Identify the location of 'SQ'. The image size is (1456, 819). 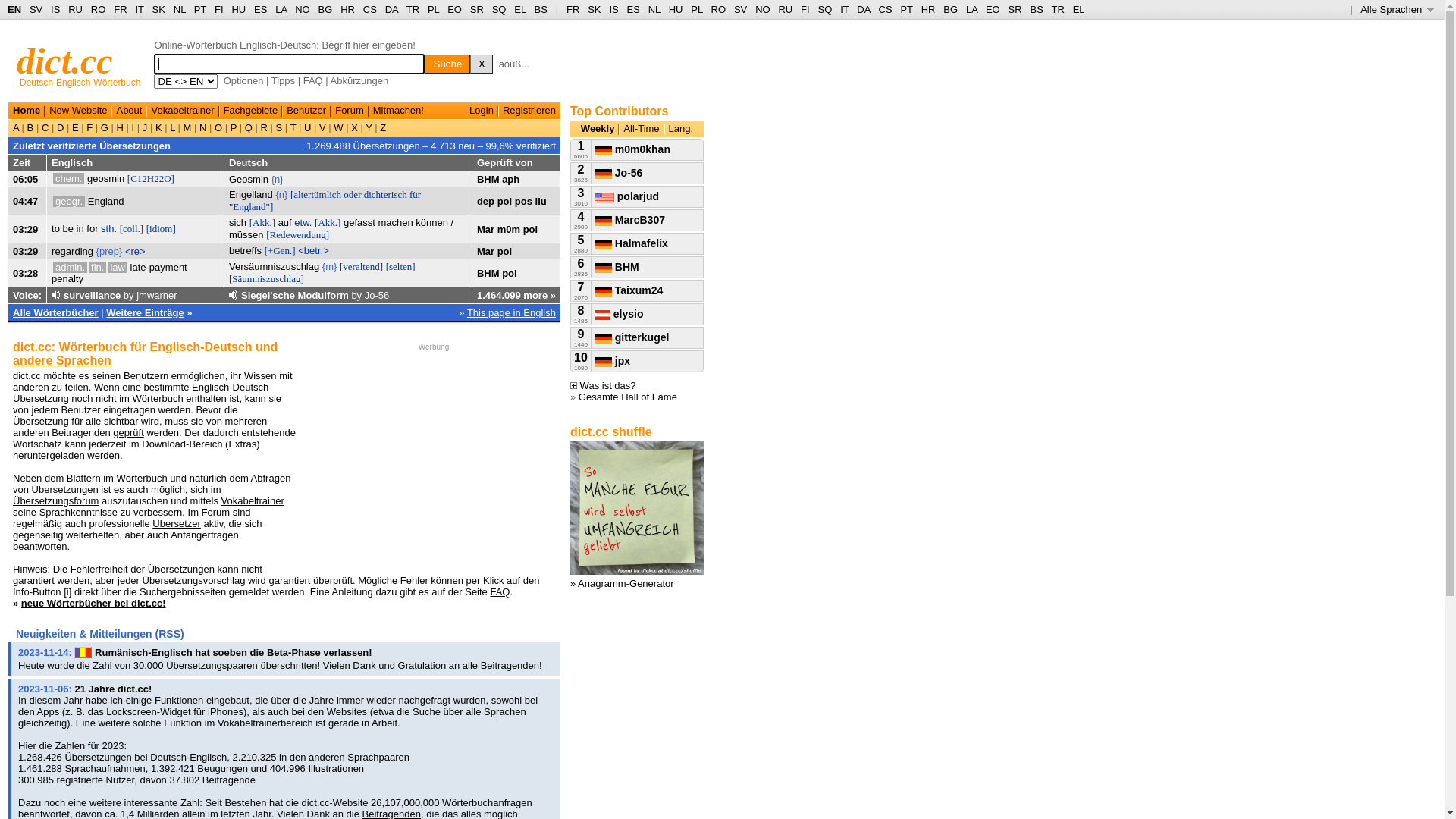
(824, 9).